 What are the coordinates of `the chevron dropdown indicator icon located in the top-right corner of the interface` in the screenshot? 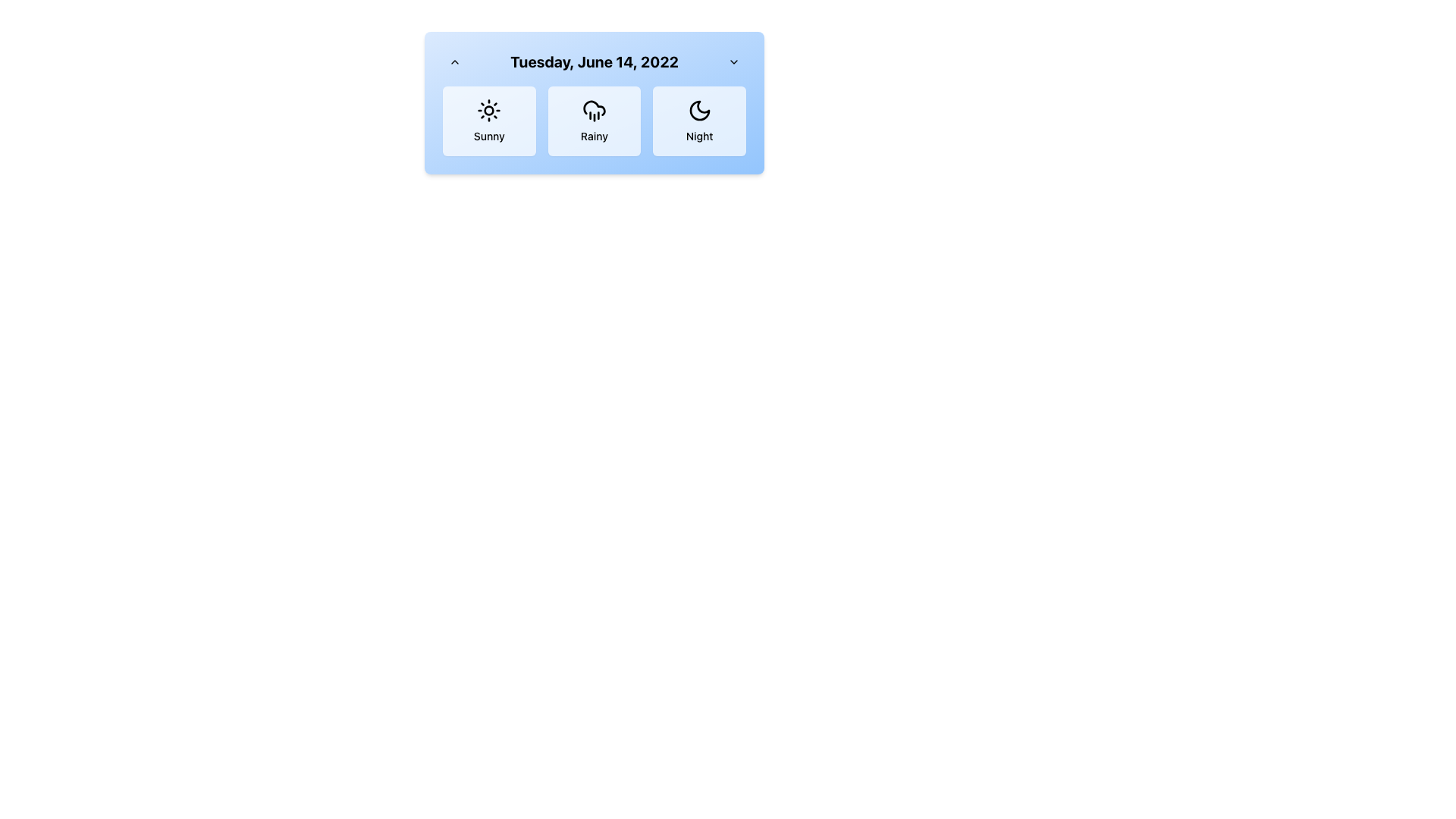 It's located at (734, 61).